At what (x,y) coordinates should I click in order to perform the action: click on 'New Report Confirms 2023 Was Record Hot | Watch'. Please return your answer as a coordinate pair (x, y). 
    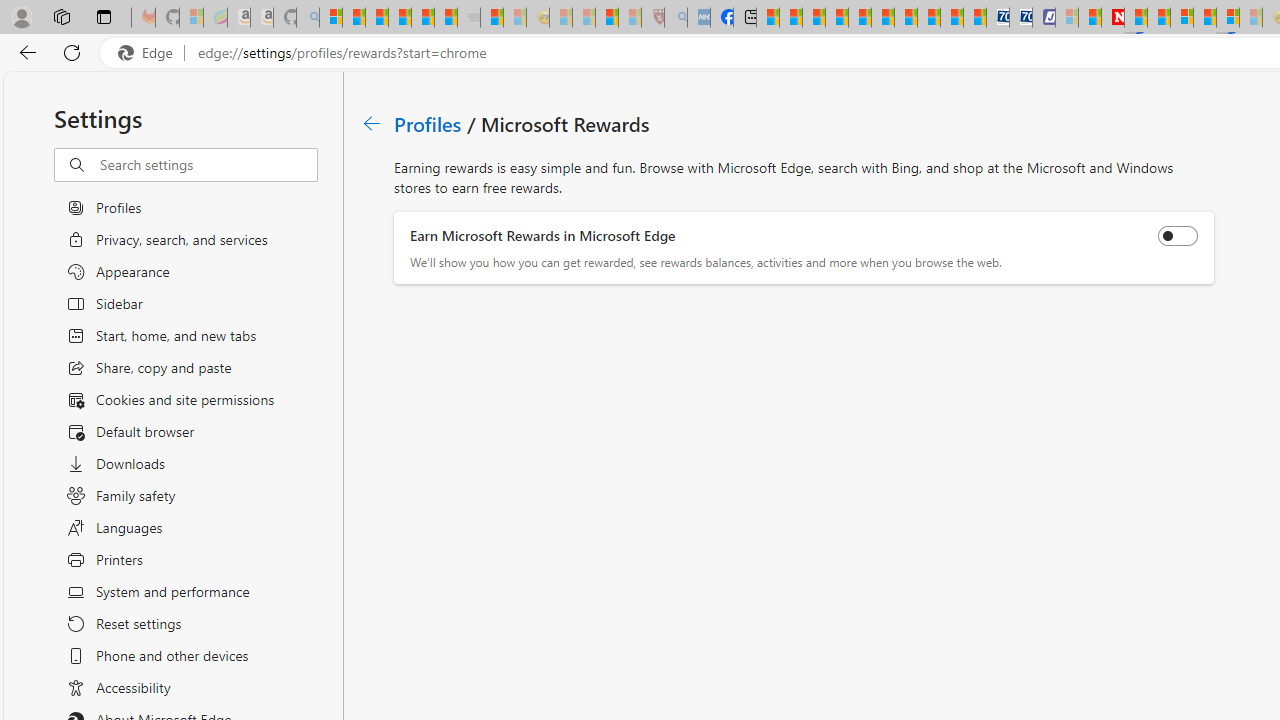
    Looking at the image, I should click on (422, 17).